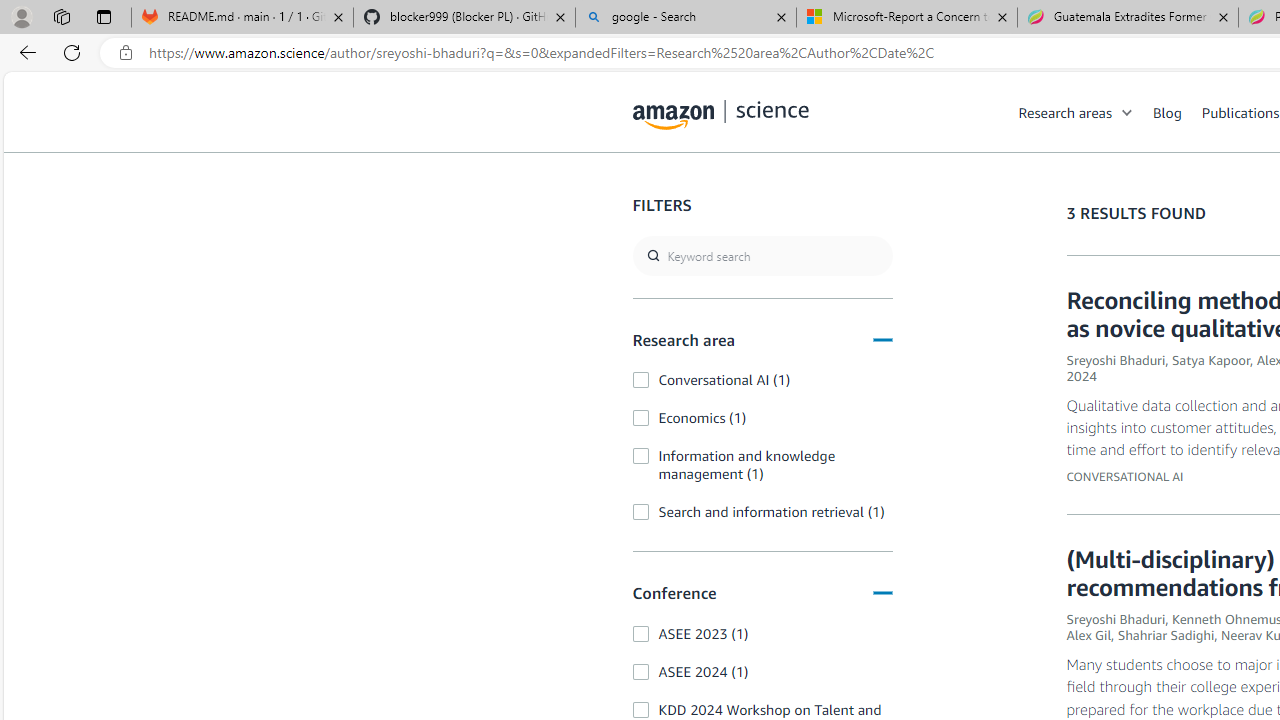 The height and width of the screenshot is (720, 1280). Describe the element at coordinates (1177, 111) in the screenshot. I see `'Blog'` at that location.